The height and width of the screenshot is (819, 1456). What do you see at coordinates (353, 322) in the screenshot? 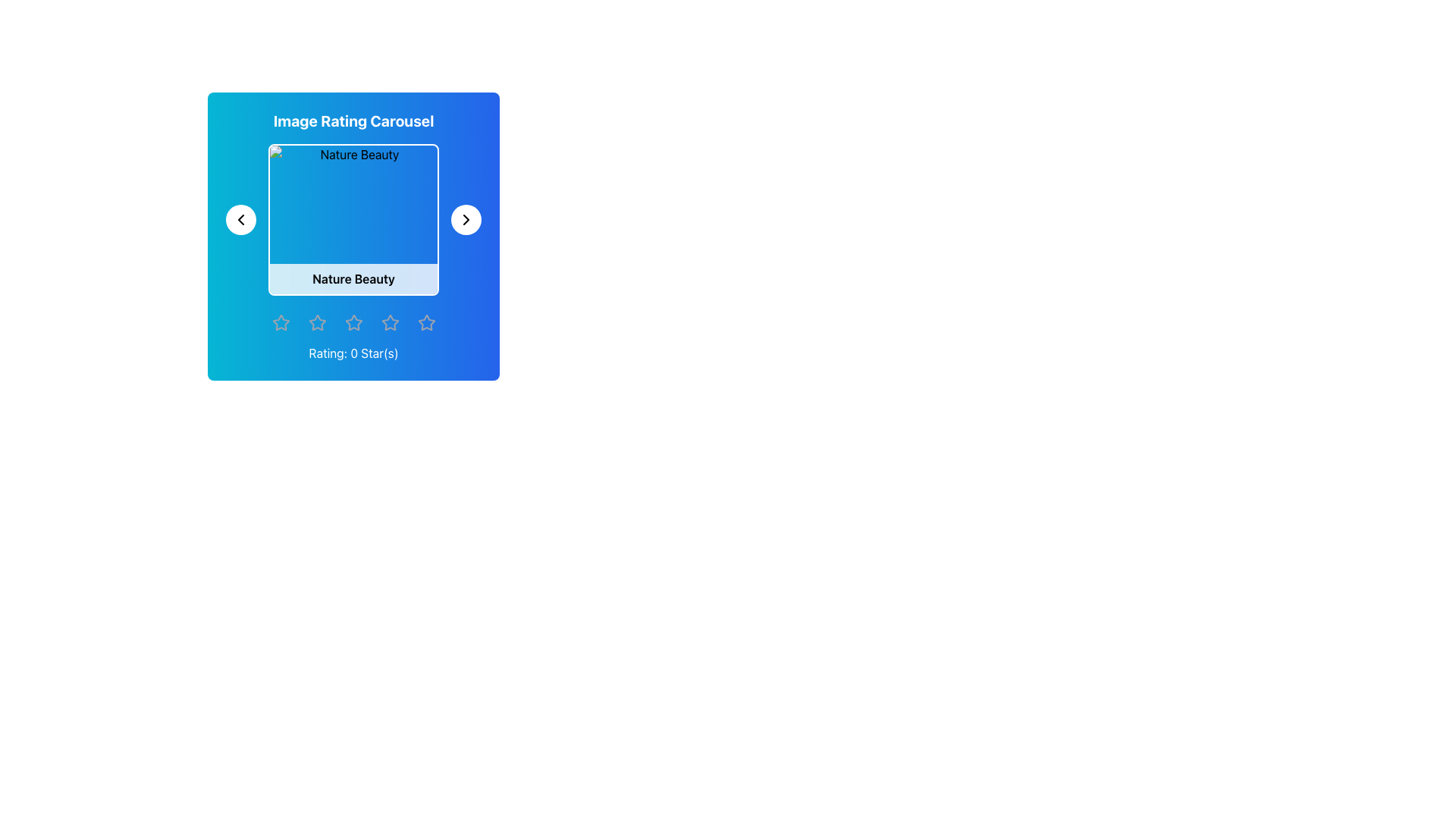
I see `the third star in the star rating component for 'Nature Beauty'` at bounding box center [353, 322].